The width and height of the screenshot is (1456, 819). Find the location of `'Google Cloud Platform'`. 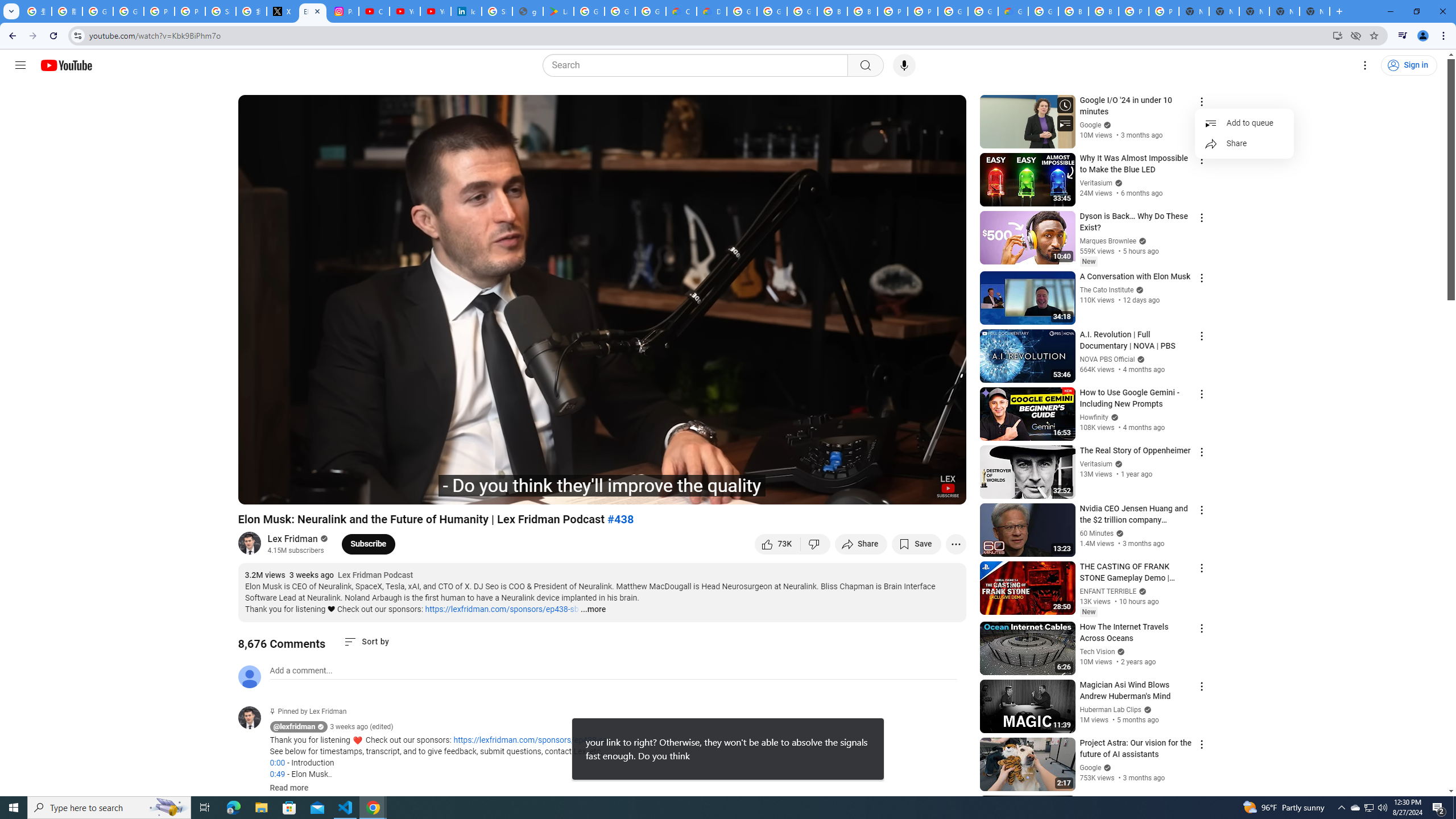

'Google Cloud Platform' is located at coordinates (953, 11).